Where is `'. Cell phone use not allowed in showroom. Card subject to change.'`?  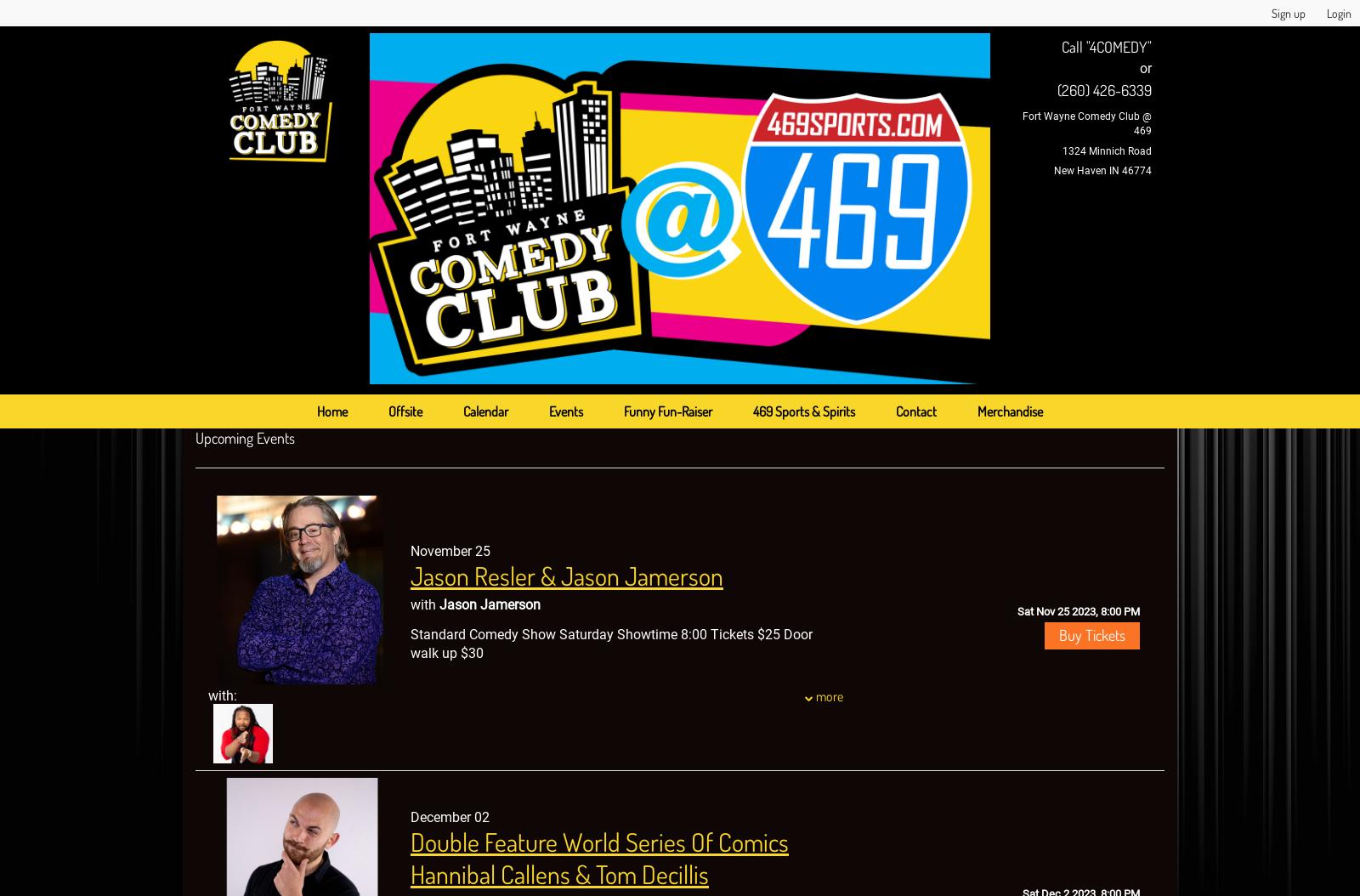
'. Cell phone use not allowed in showroom. Card subject to change.' is located at coordinates (607, 812).